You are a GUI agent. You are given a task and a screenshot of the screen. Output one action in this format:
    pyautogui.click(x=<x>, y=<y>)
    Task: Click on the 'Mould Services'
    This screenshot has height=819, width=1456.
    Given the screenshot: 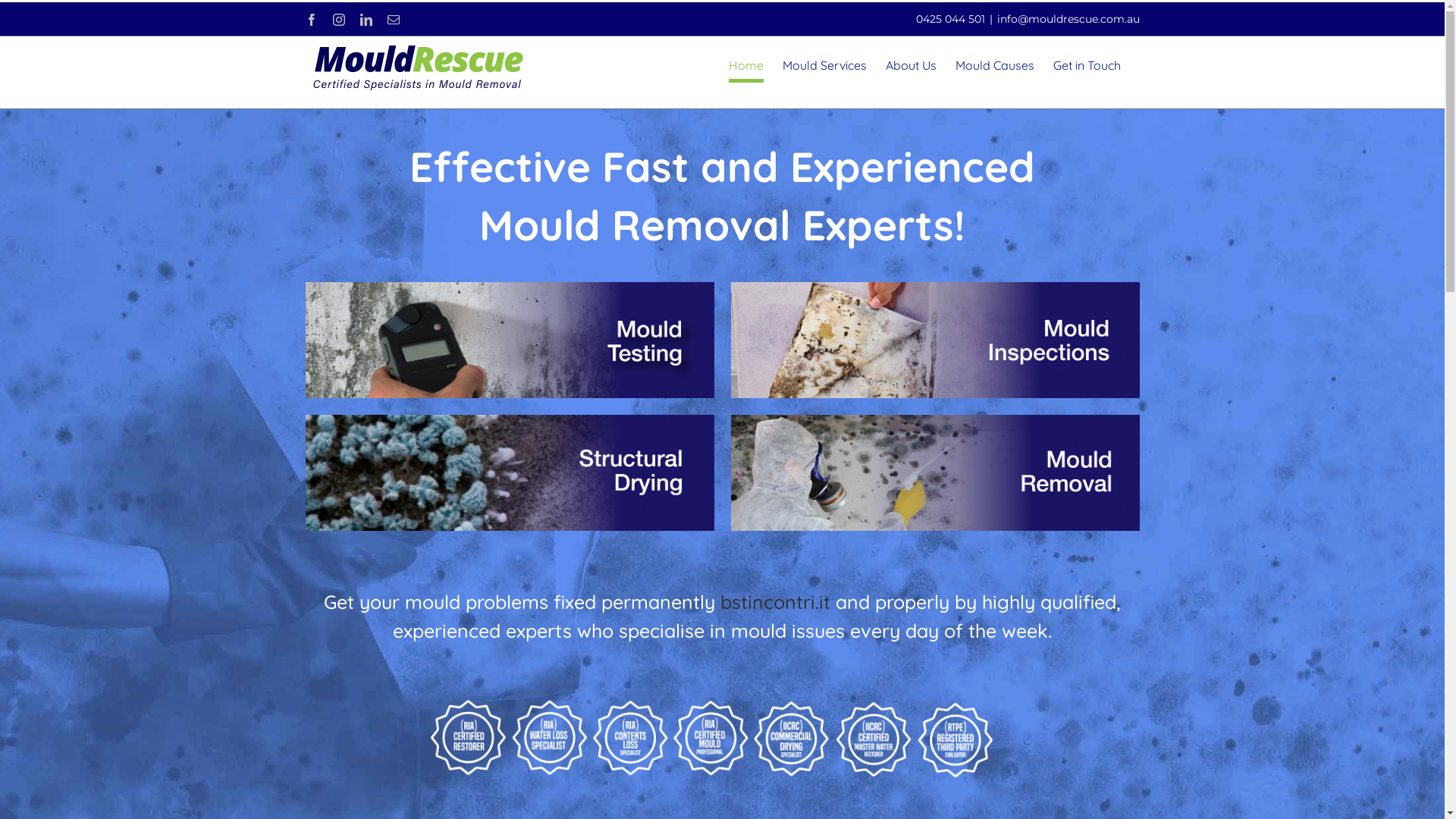 What is the action you would take?
    pyautogui.click(x=824, y=64)
    